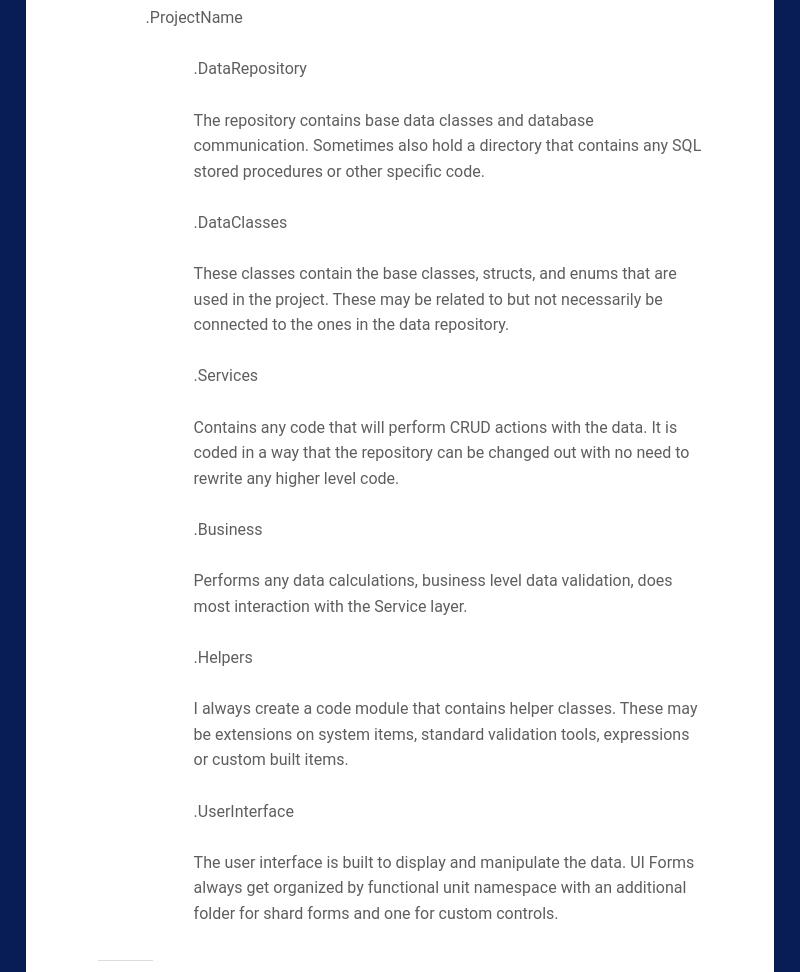 The width and height of the screenshot is (800, 972). I want to click on '.Business', so click(227, 529).